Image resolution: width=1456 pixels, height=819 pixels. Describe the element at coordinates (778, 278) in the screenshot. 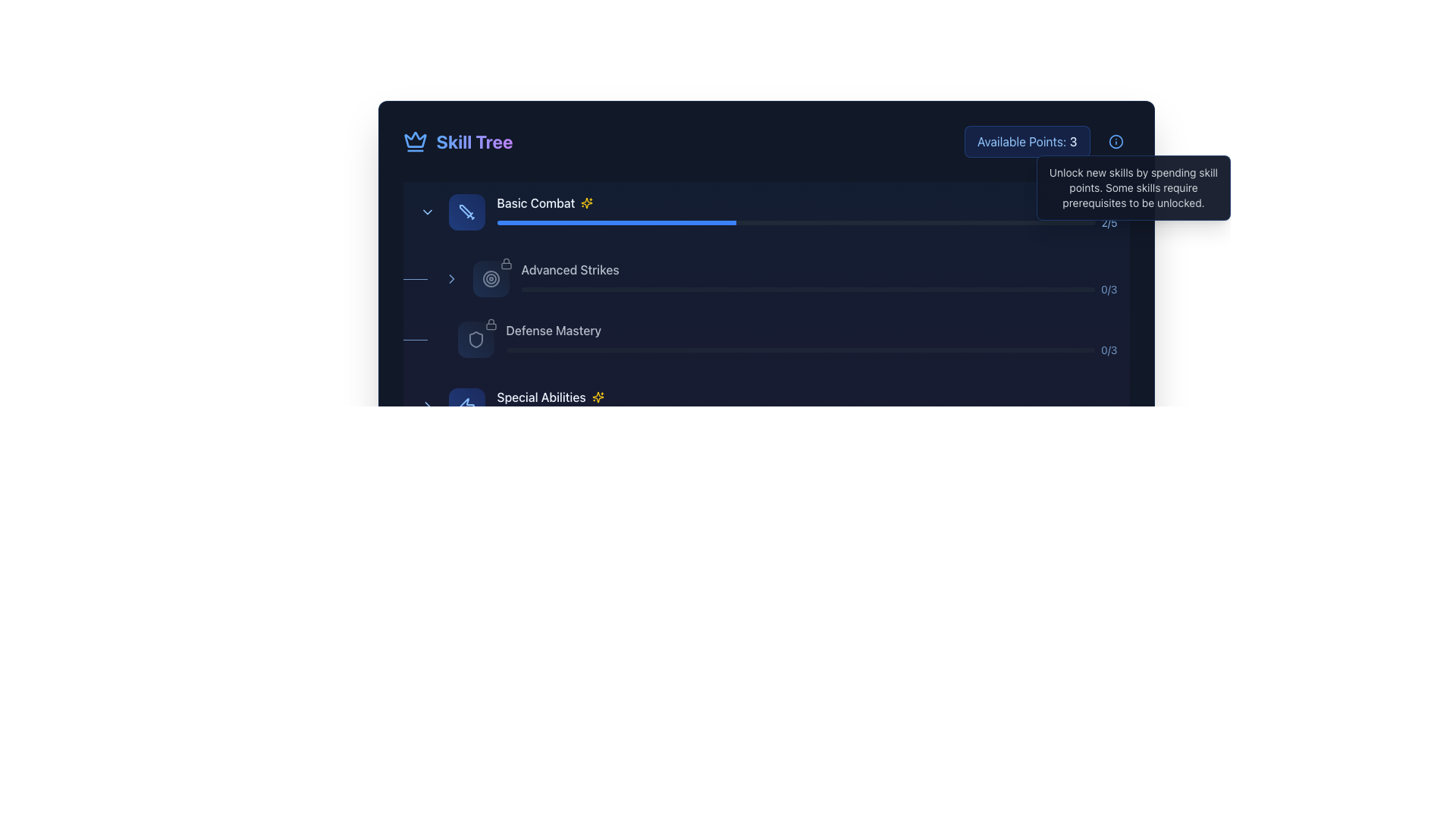

I see `the 'Advanced Strikes' skill entry in the skill tree layout, which is styled to indicate it is not interactable and located above the 'Defense Mastery' section` at that location.